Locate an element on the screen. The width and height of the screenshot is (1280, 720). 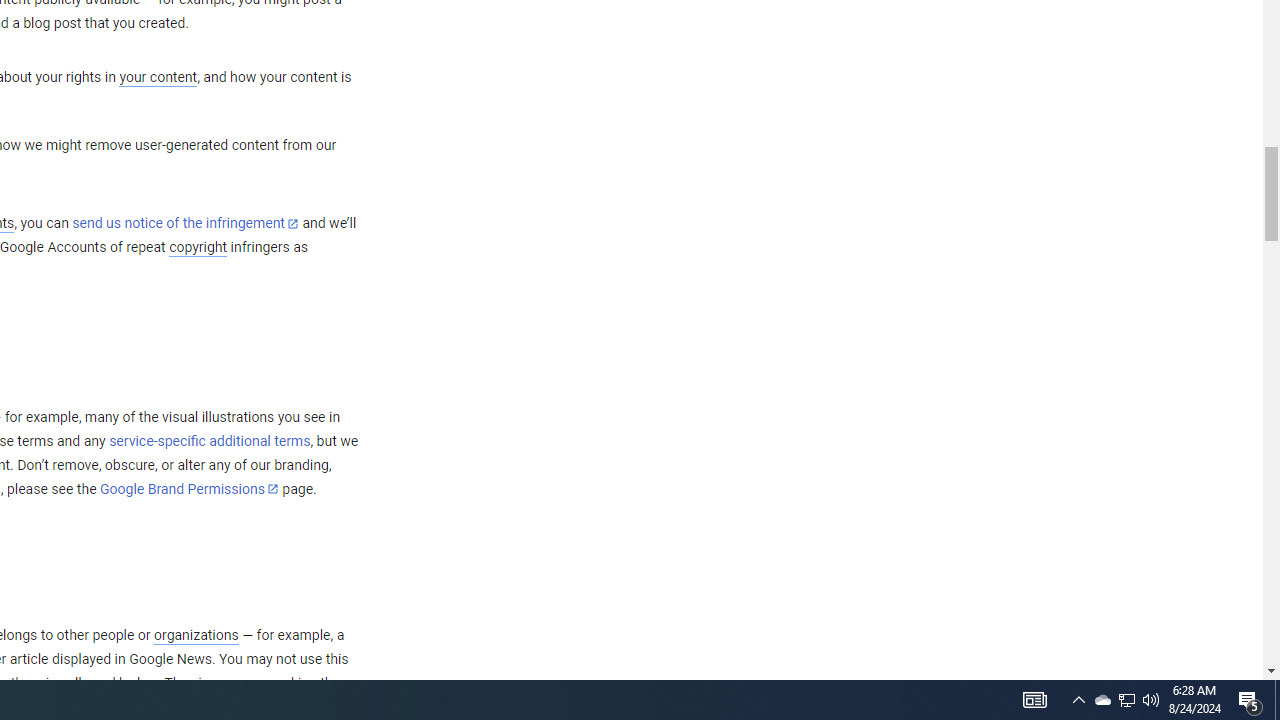
'service-specific additional terms' is located at coordinates (209, 440).